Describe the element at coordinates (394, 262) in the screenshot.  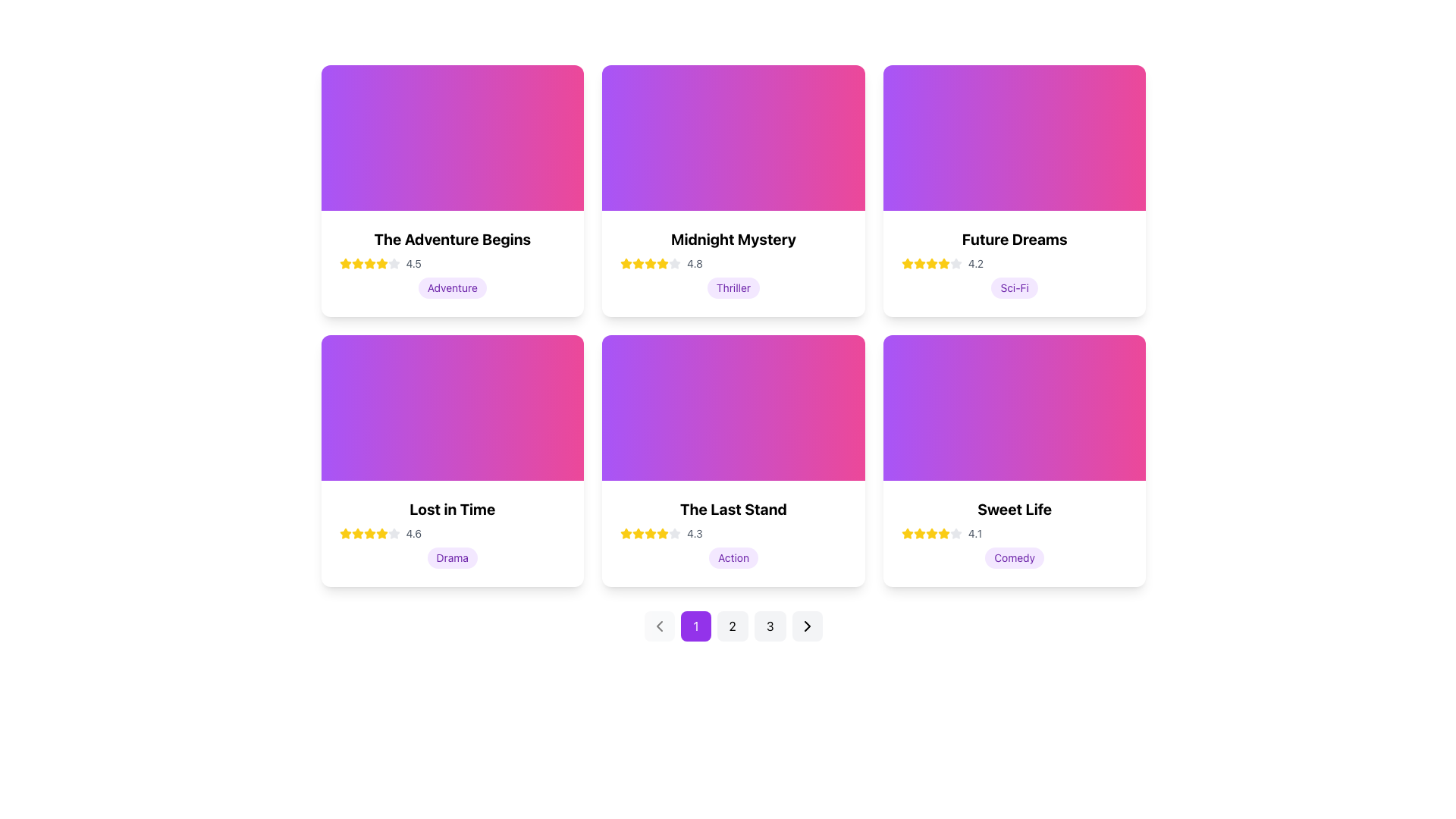
I see `the last unfilled star-shaped icon in the rating system below the text 'The Adventure Begins' and above the label 'Adventure'` at that location.